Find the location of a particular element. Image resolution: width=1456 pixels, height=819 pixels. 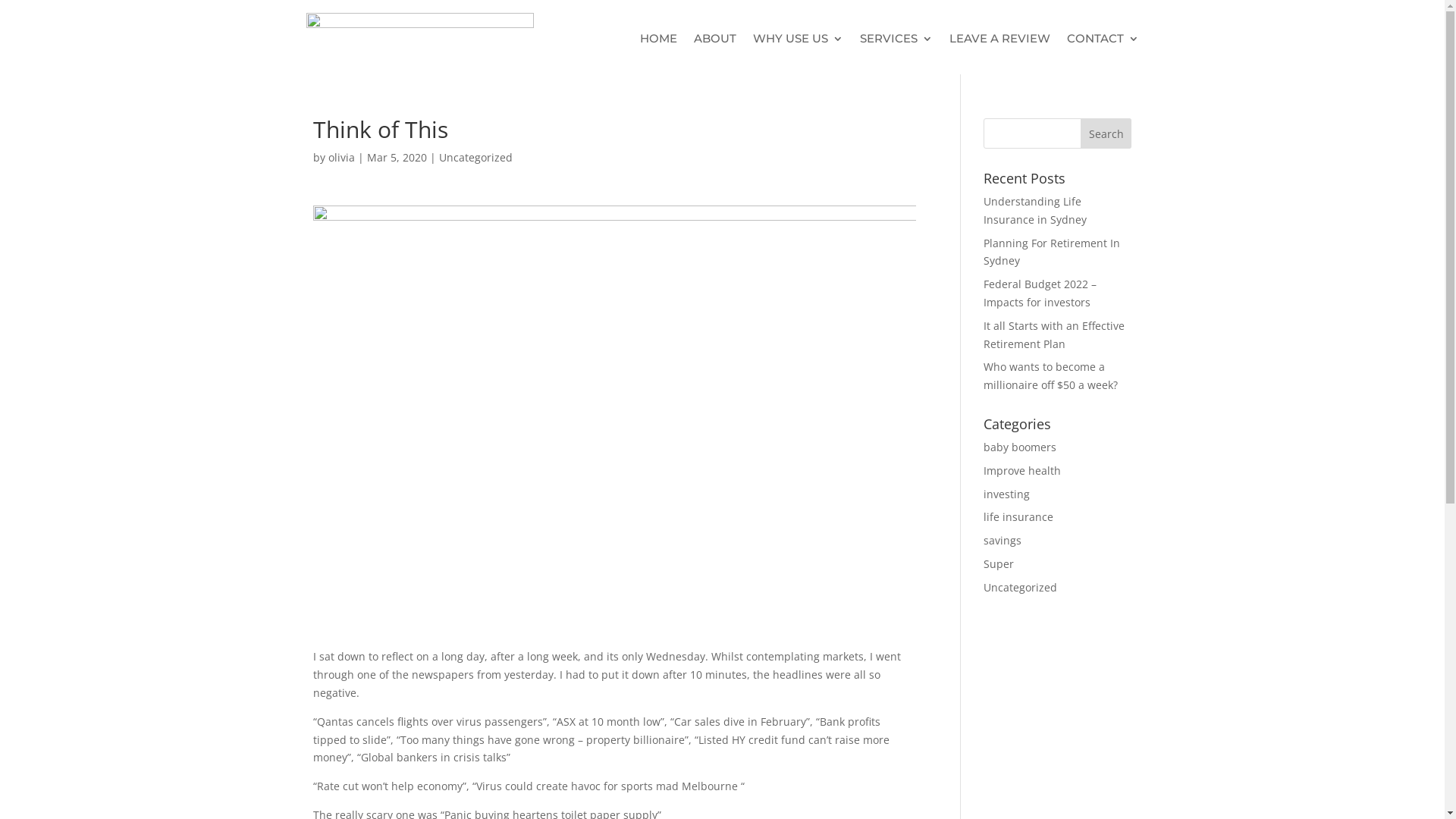

'It all Starts with an Effective Retirement Plan' is located at coordinates (1053, 334).